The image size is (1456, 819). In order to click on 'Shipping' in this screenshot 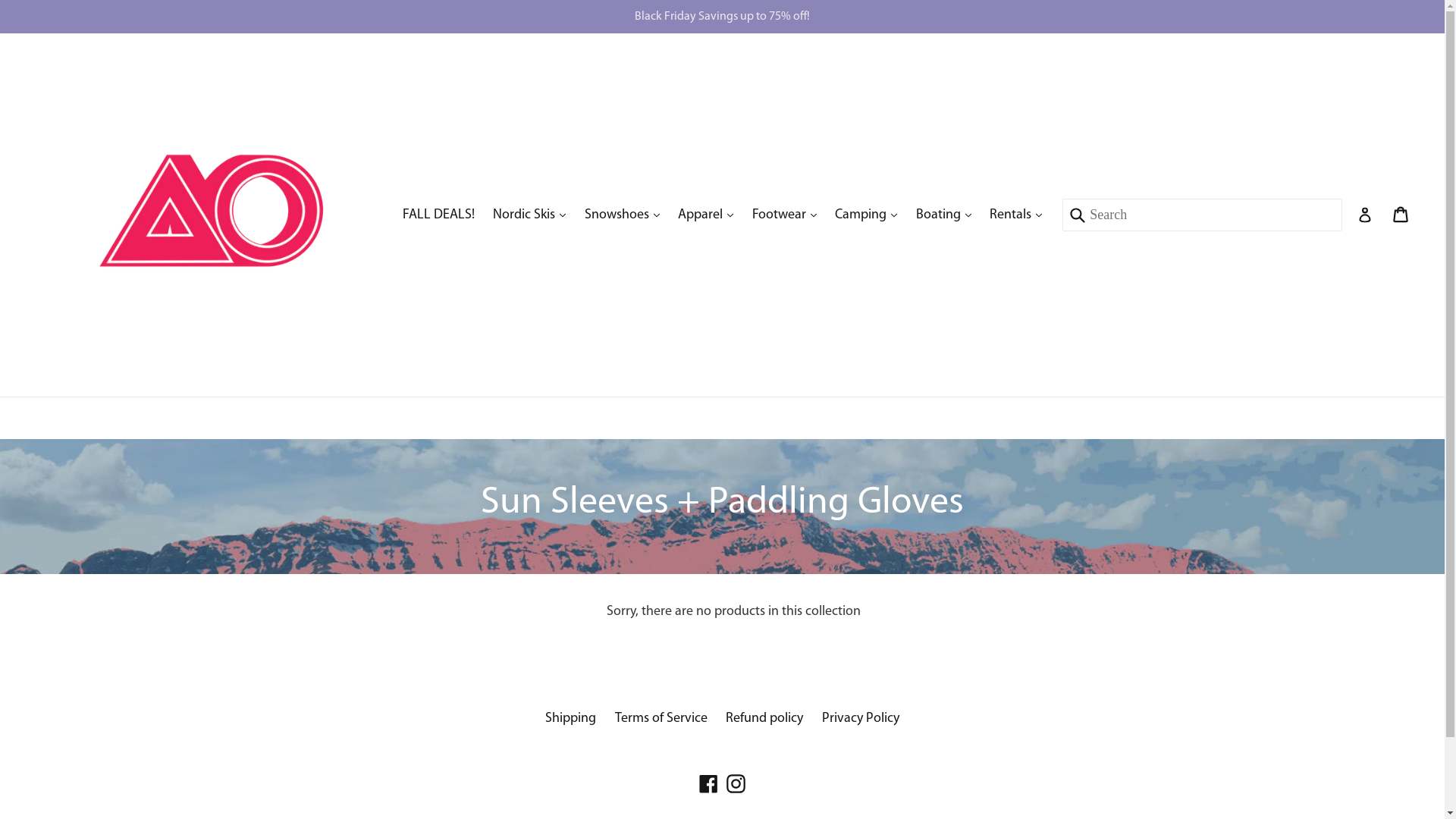, I will do `click(570, 717)`.